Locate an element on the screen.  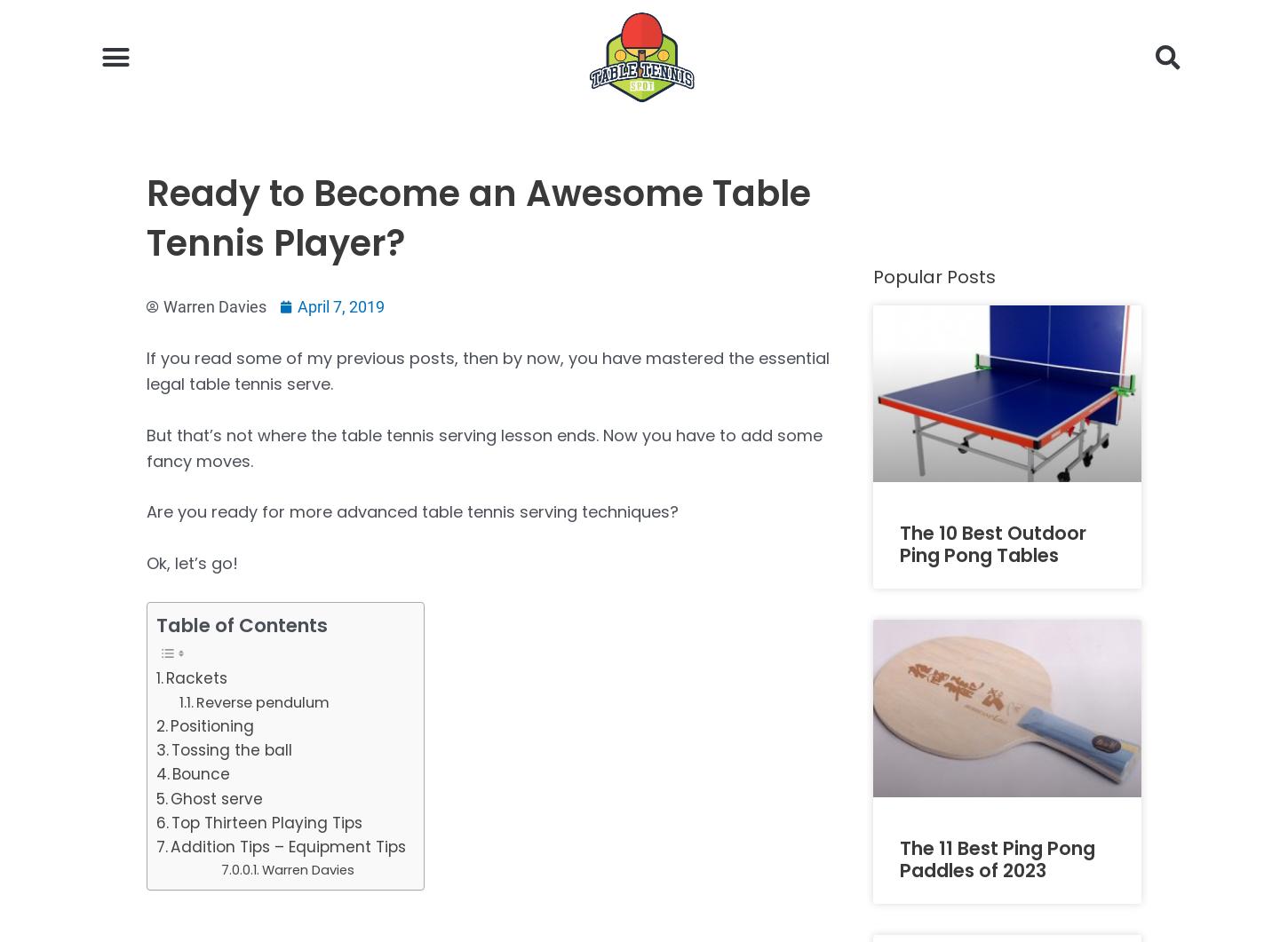
'The 11 Best Ping Pong Paddles of 2023' is located at coordinates (997, 857).